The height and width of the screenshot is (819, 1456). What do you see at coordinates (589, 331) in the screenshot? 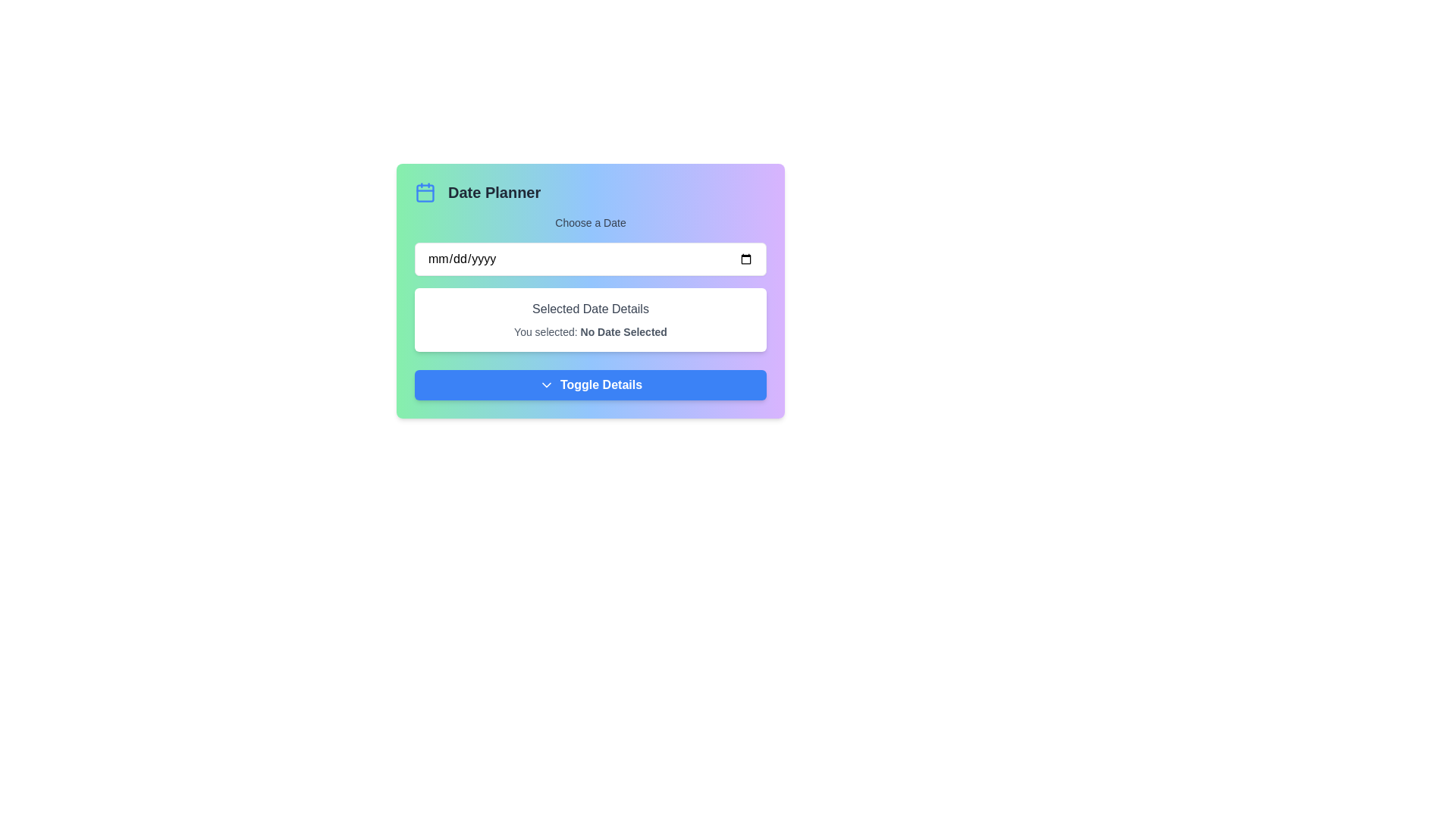
I see `the text label displaying the user's selected date, which indicates that no date is currently selected, and is positioned below the 'Selected Date Details' heading` at bounding box center [589, 331].